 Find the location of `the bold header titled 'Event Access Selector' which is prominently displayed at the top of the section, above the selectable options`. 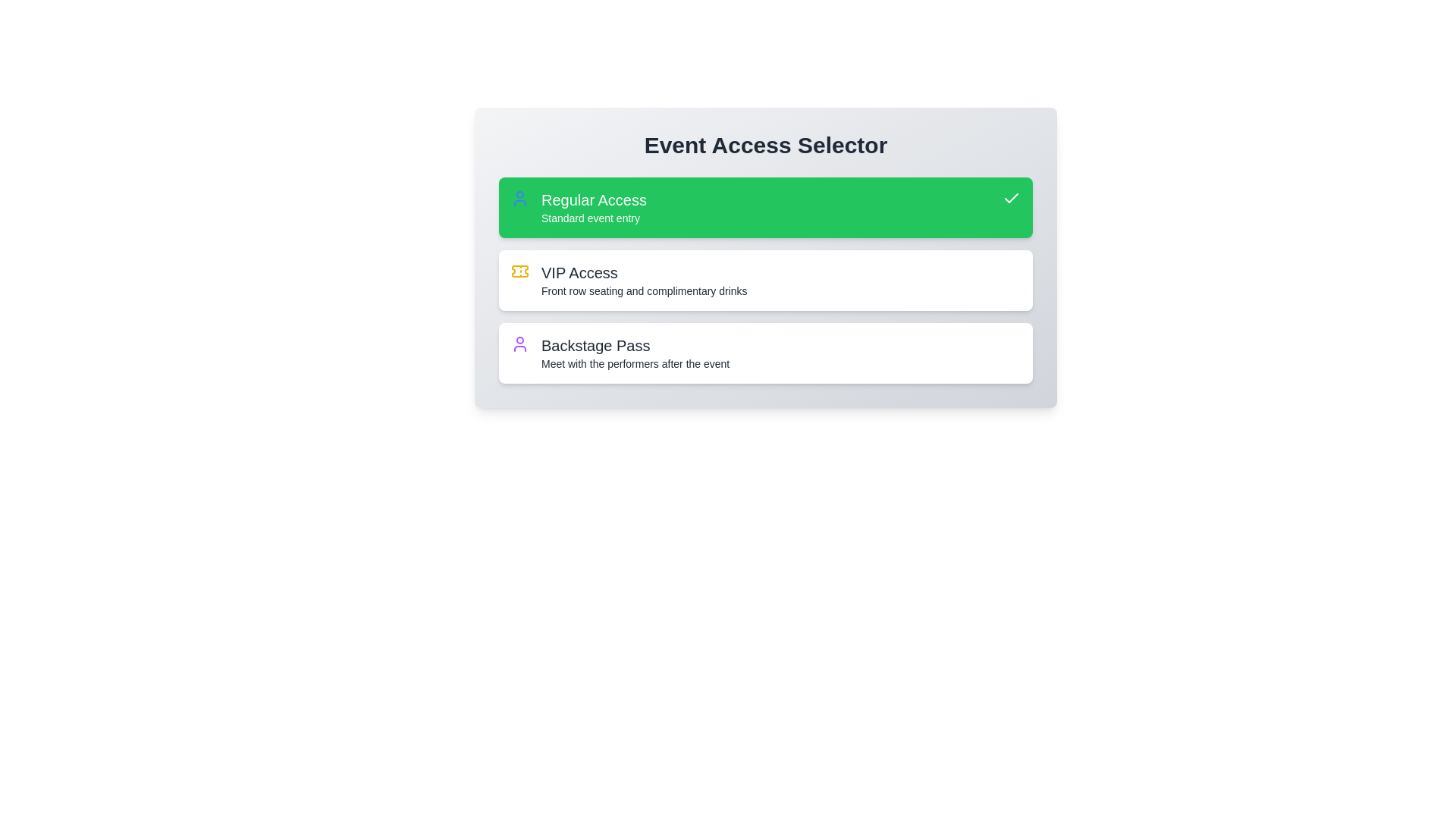

the bold header titled 'Event Access Selector' which is prominently displayed at the top of the section, above the selectable options is located at coordinates (765, 146).